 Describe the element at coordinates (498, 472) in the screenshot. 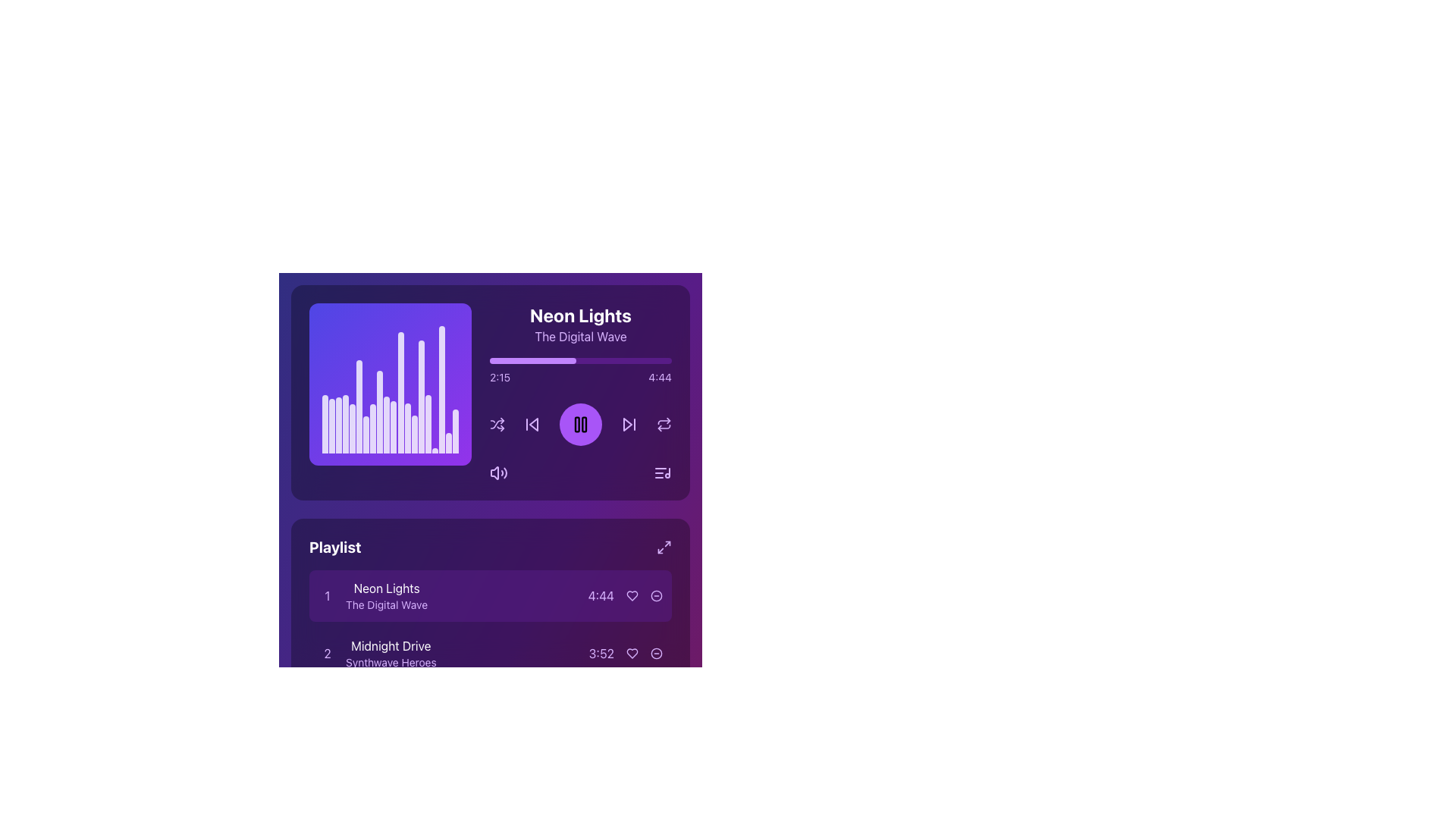

I see `the muted volume icon shaped like a speaker emitting sound waves, located in the upper section of the interface to mute/unmute the volume` at that location.